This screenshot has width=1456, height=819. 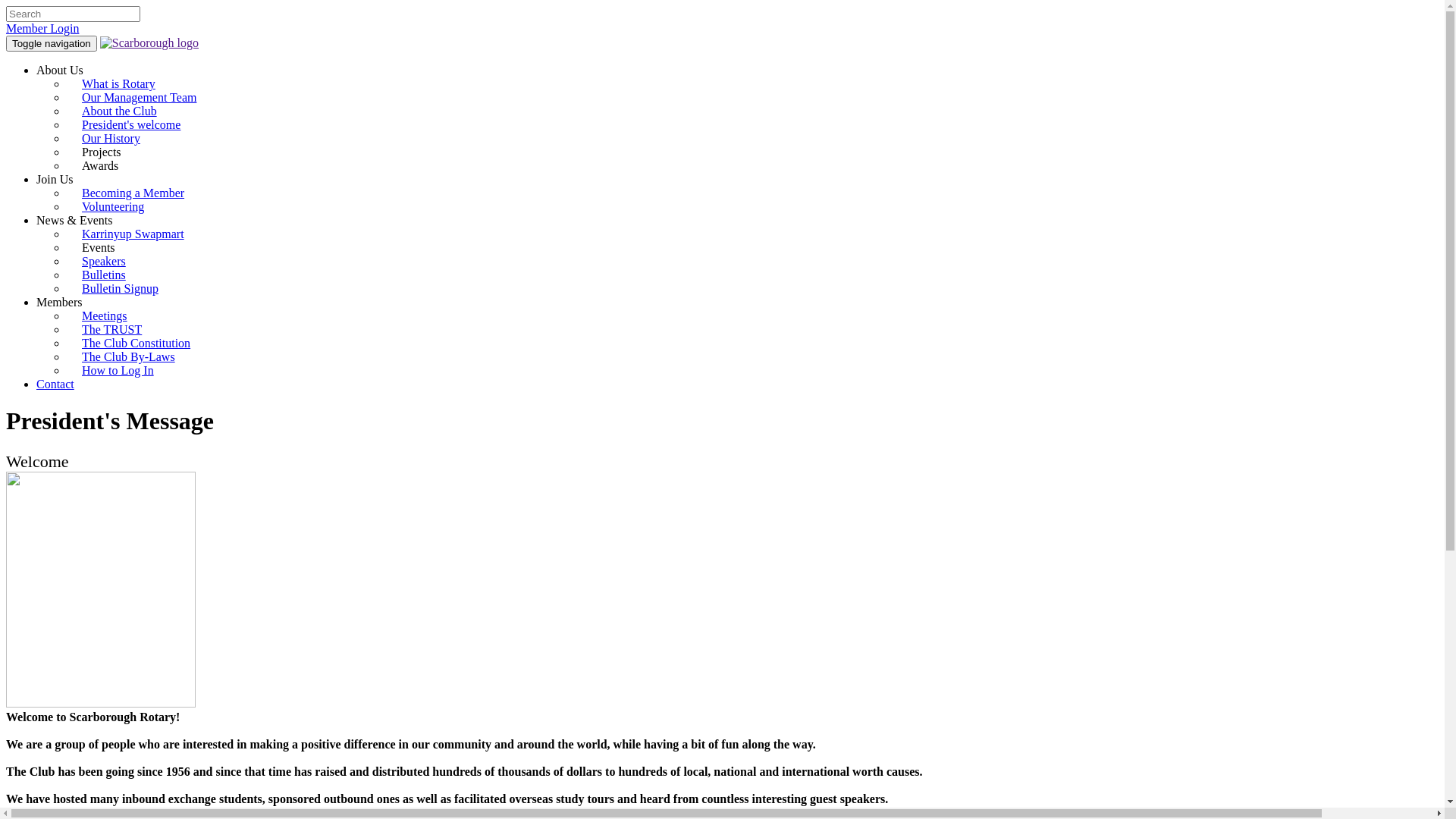 I want to click on 'Contact', so click(x=55, y=383).